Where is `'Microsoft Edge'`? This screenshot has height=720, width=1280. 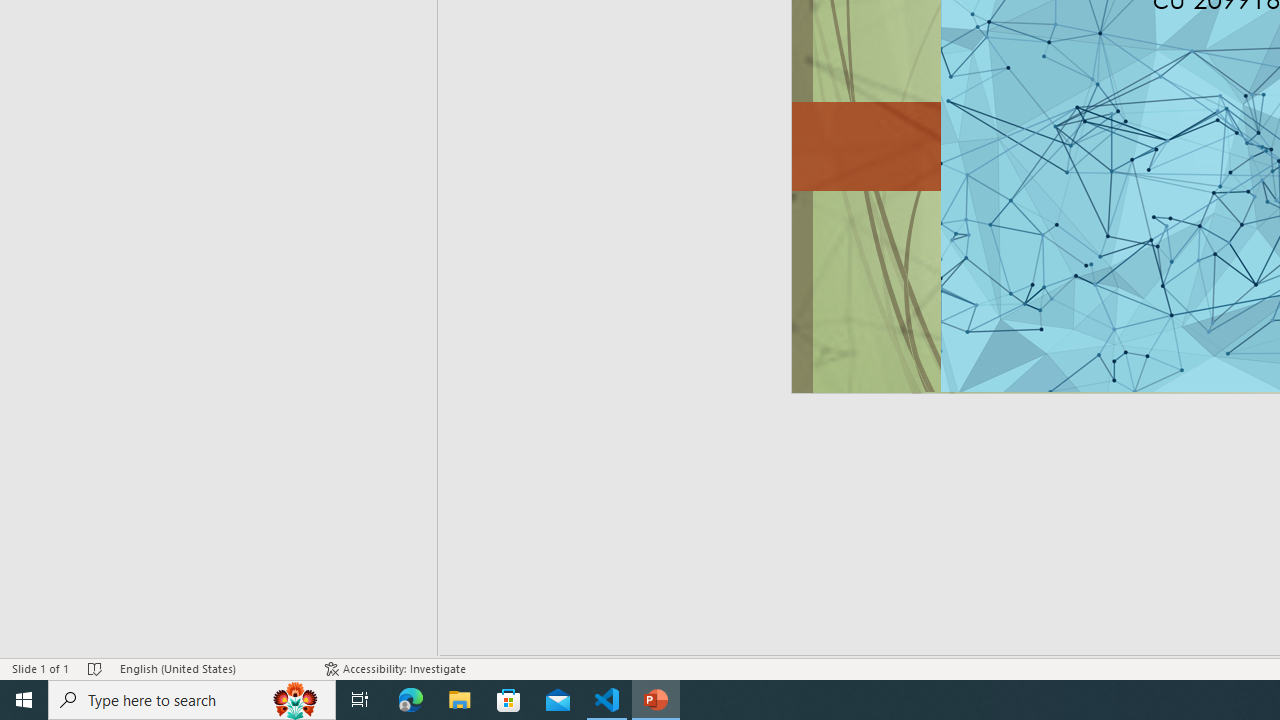
'Microsoft Edge' is located at coordinates (410, 698).